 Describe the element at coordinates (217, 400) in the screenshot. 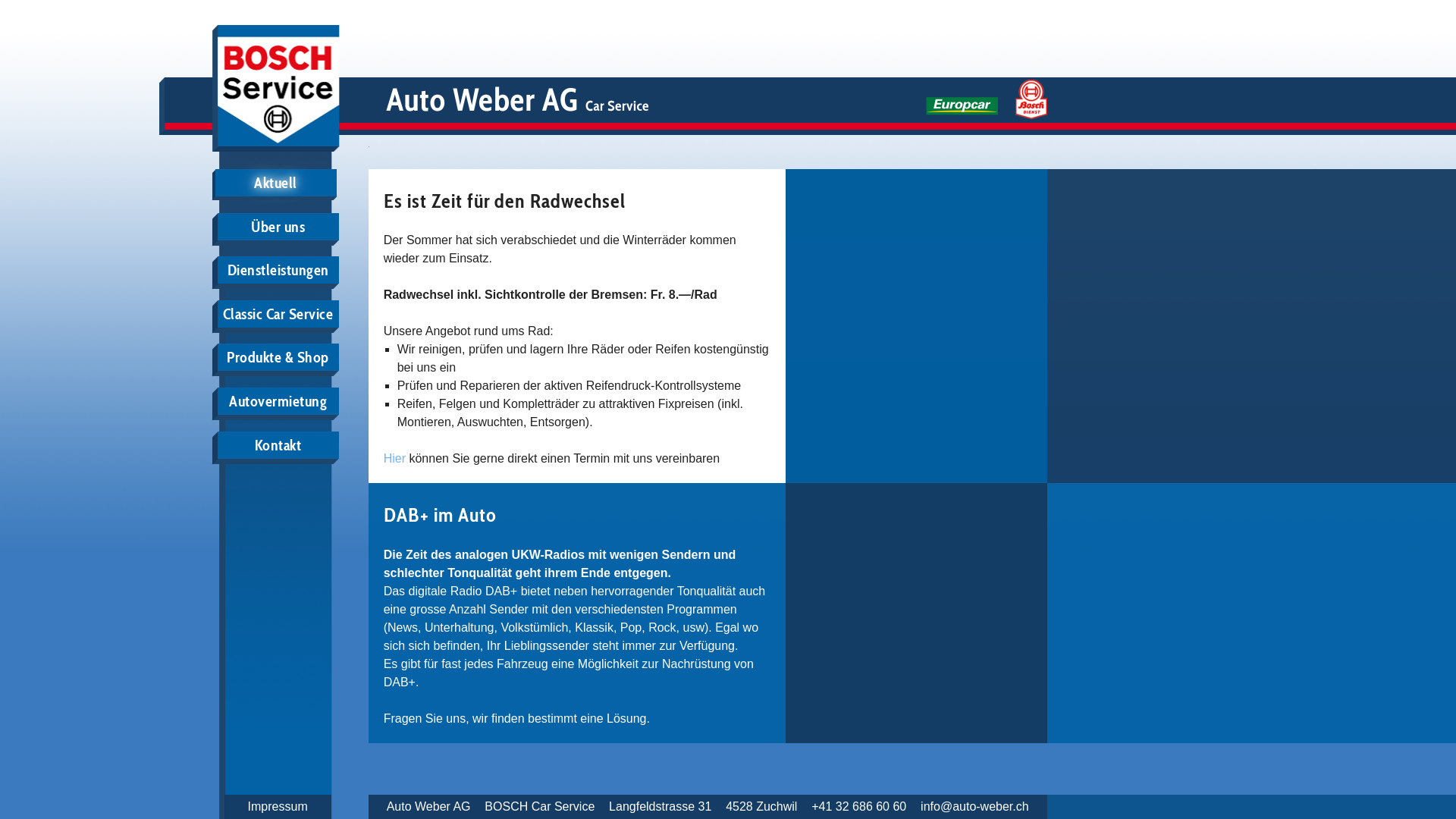

I see `'Autovermietung'` at that location.